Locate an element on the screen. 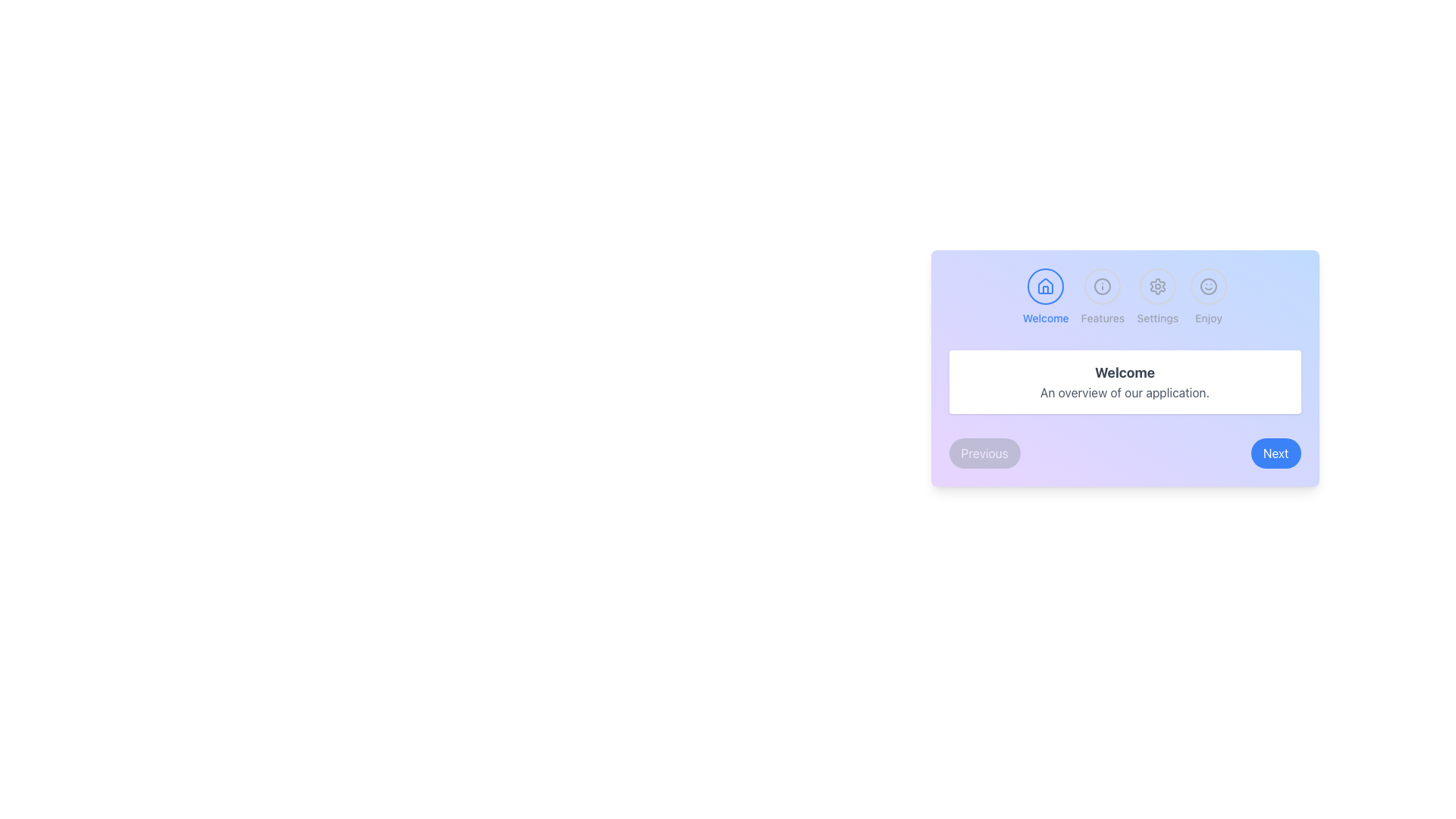  the rightmost circular smiling face icon in the menu beneath the label 'Enjoy' is located at coordinates (1208, 287).